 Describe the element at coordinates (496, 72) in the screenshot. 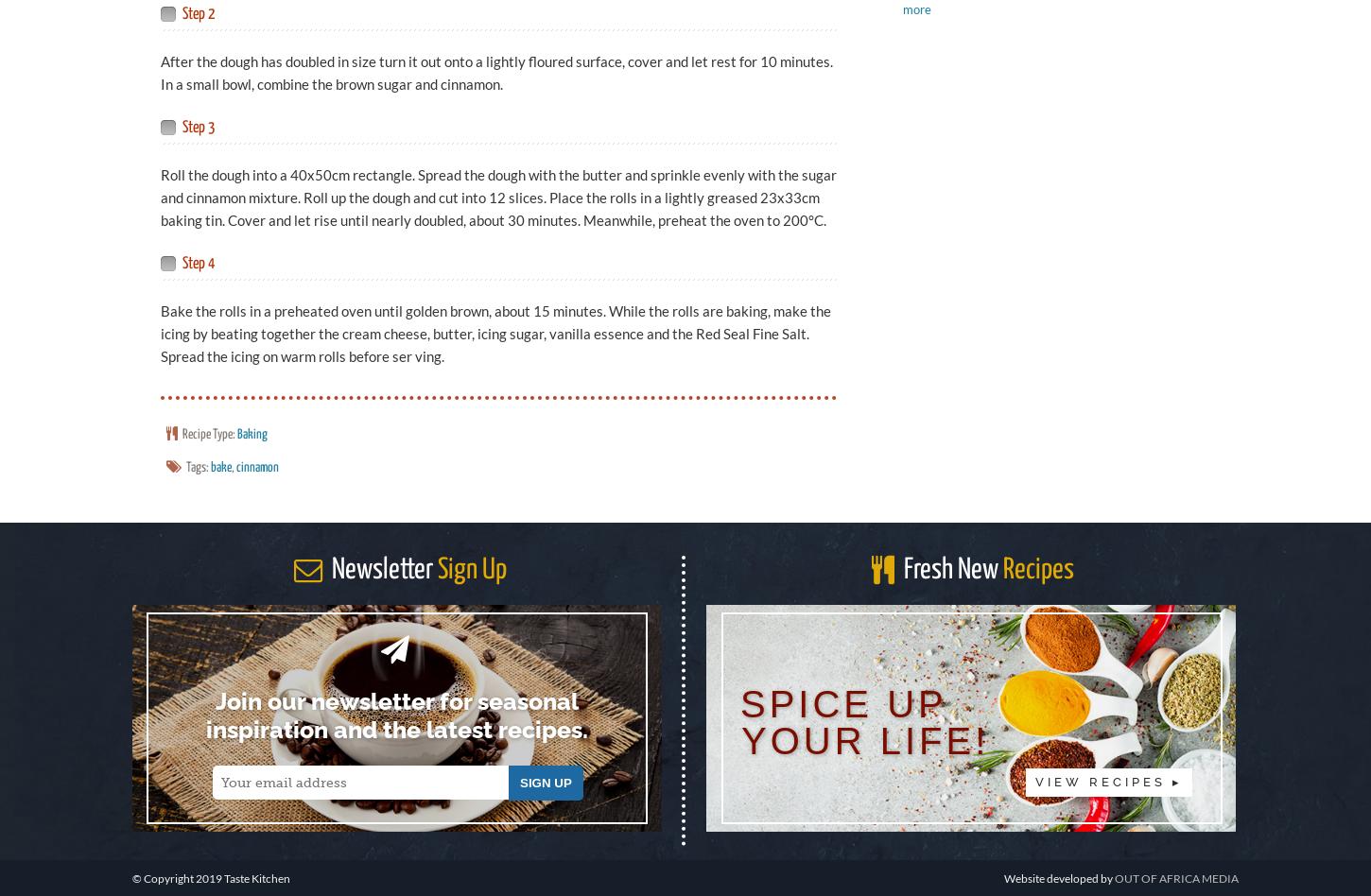

I see `'After the dough has doubled in size turn it out onto a lightly floured surface, cover and let rest for 10 minutes. In a small bowl, combine the brown sugar and cinnamon.'` at that location.